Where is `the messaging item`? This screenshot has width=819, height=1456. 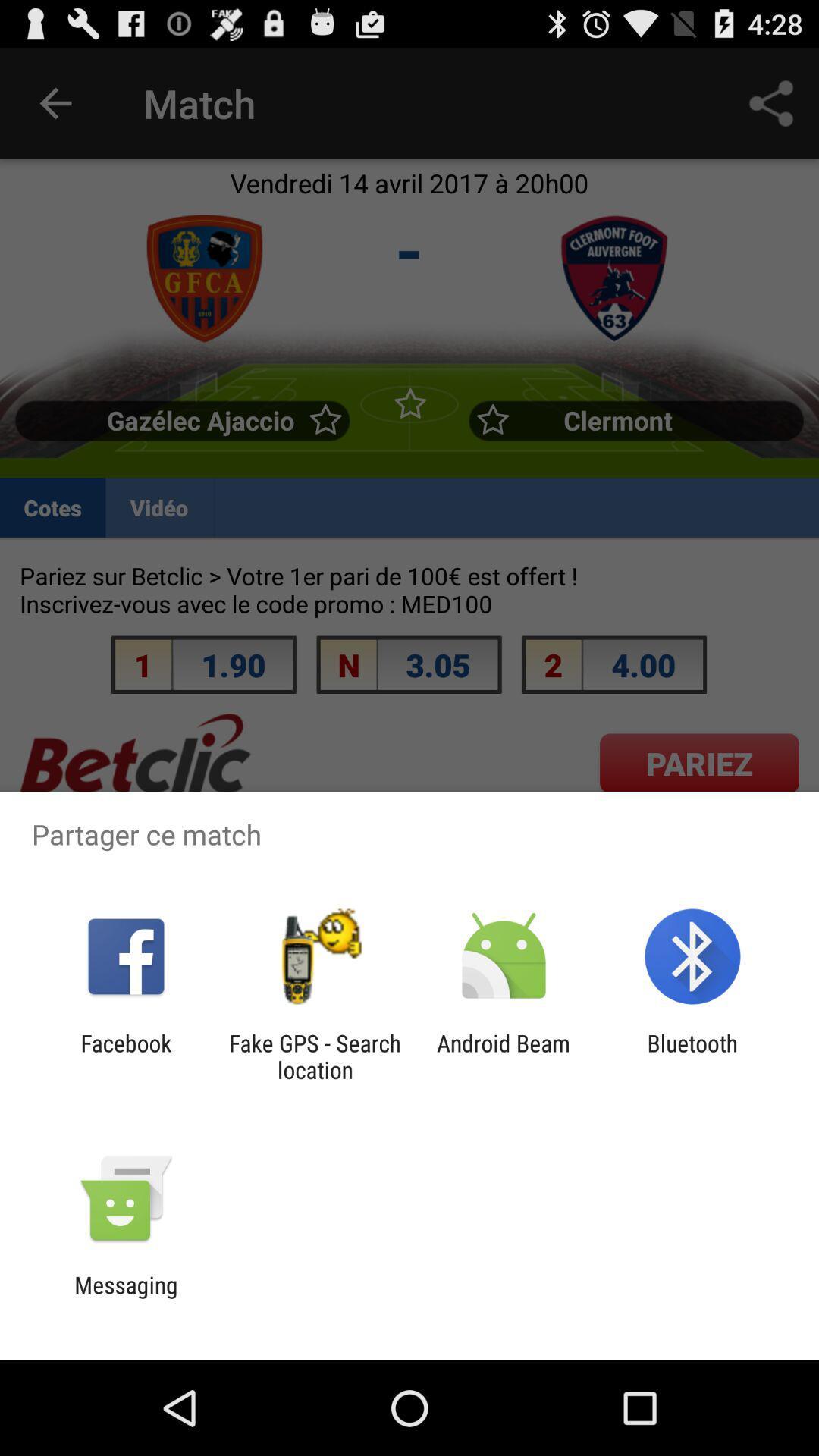
the messaging item is located at coordinates (125, 1298).